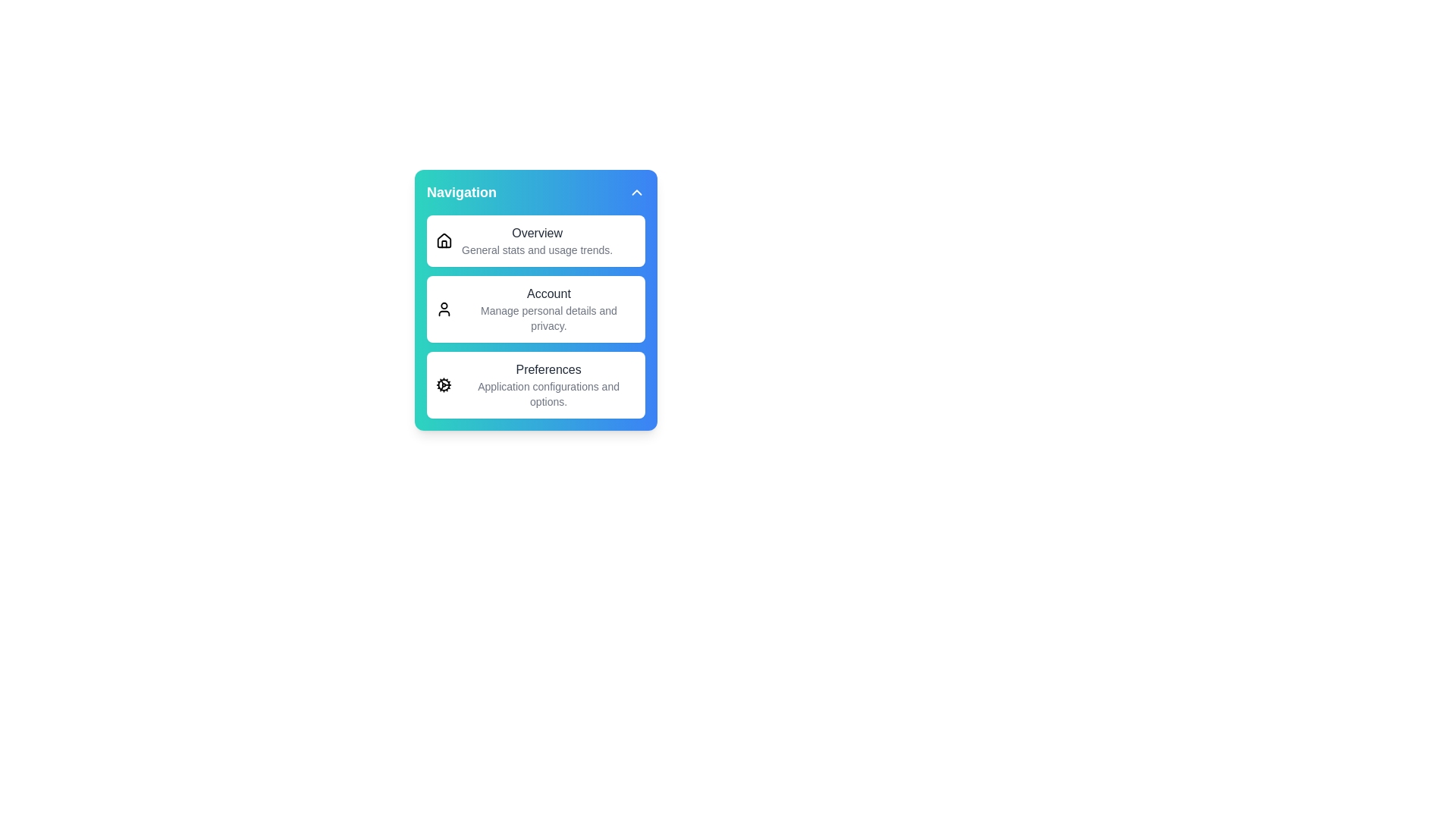  What do you see at coordinates (535, 384) in the screenshot?
I see `the menu item Preferences from the menu` at bounding box center [535, 384].